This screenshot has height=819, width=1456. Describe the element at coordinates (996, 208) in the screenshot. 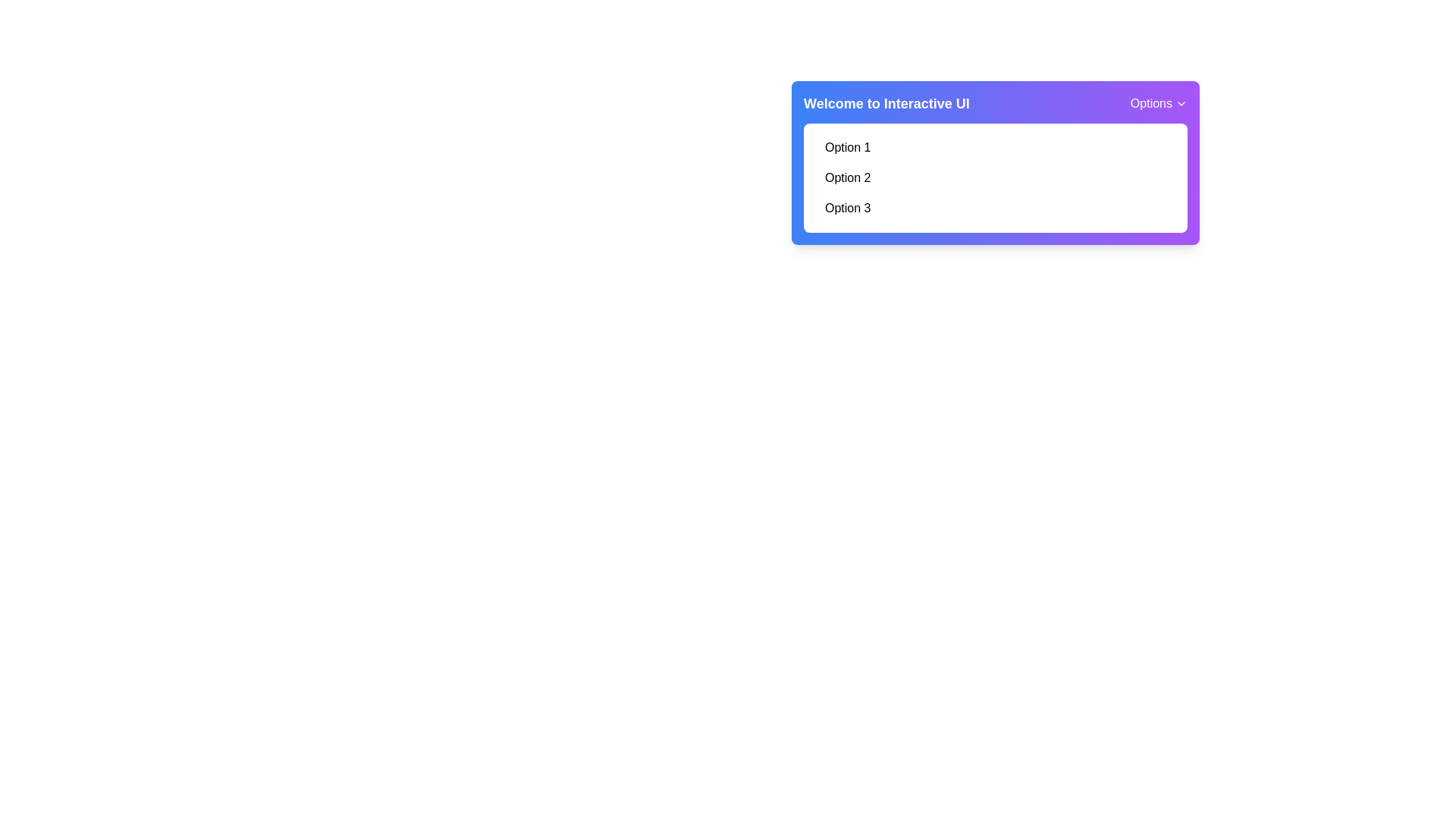

I see `the button labeled 'Option 3', which is the third item in a vertical list of options` at that location.